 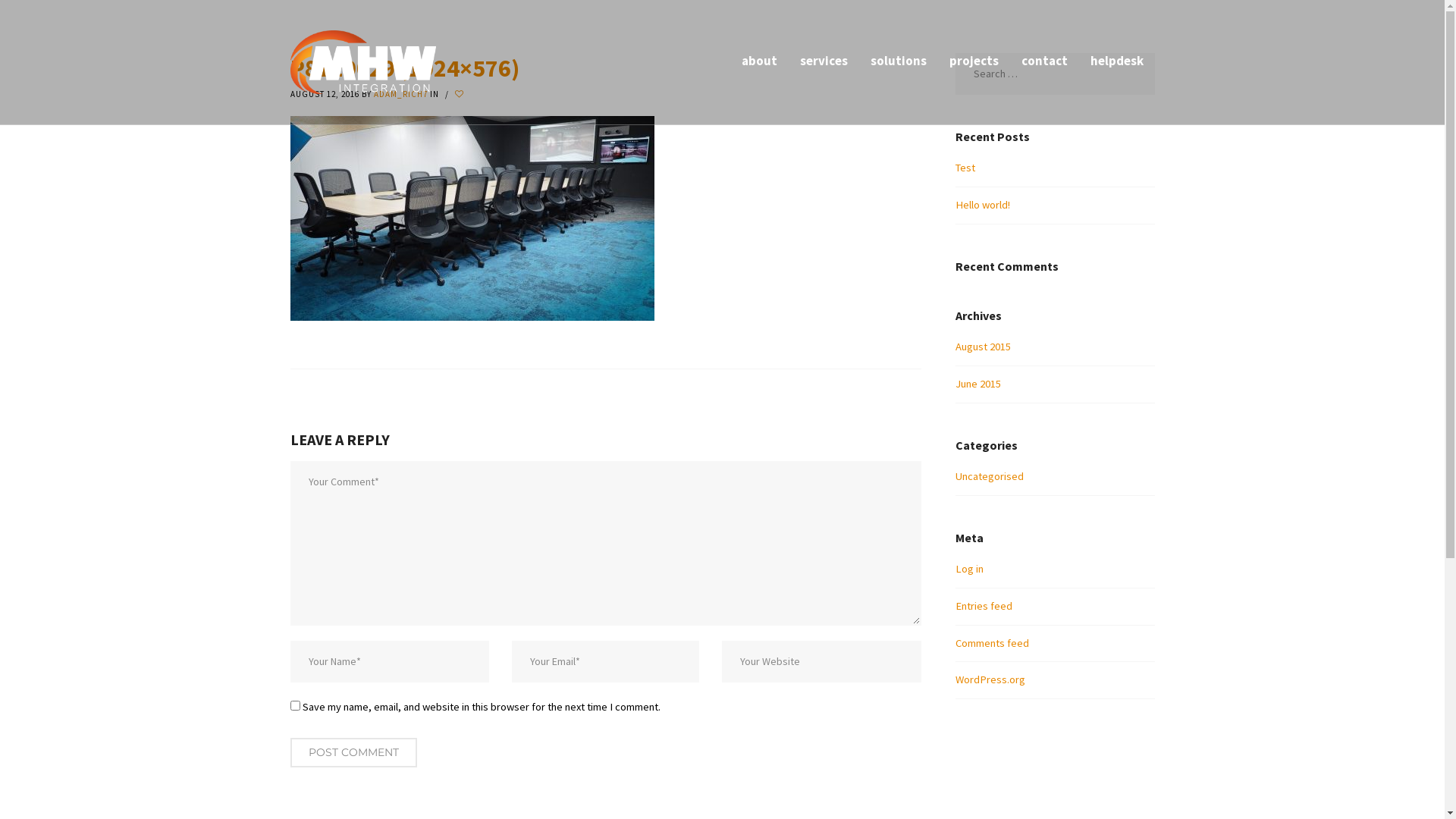 What do you see at coordinates (983, 205) in the screenshot?
I see `'Hello world!'` at bounding box center [983, 205].